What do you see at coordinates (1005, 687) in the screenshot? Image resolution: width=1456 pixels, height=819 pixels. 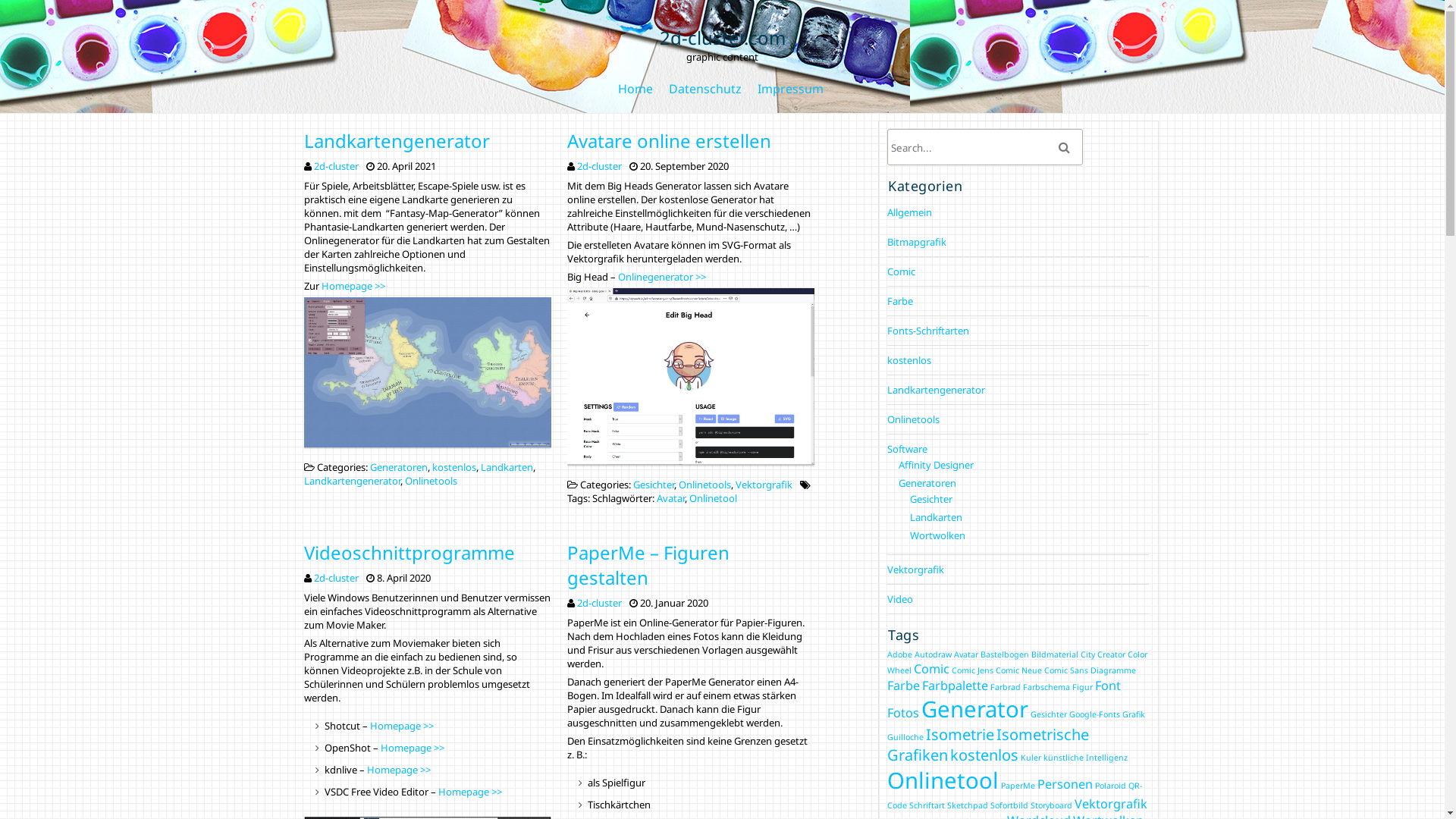 I see `'Farbrad'` at bounding box center [1005, 687].